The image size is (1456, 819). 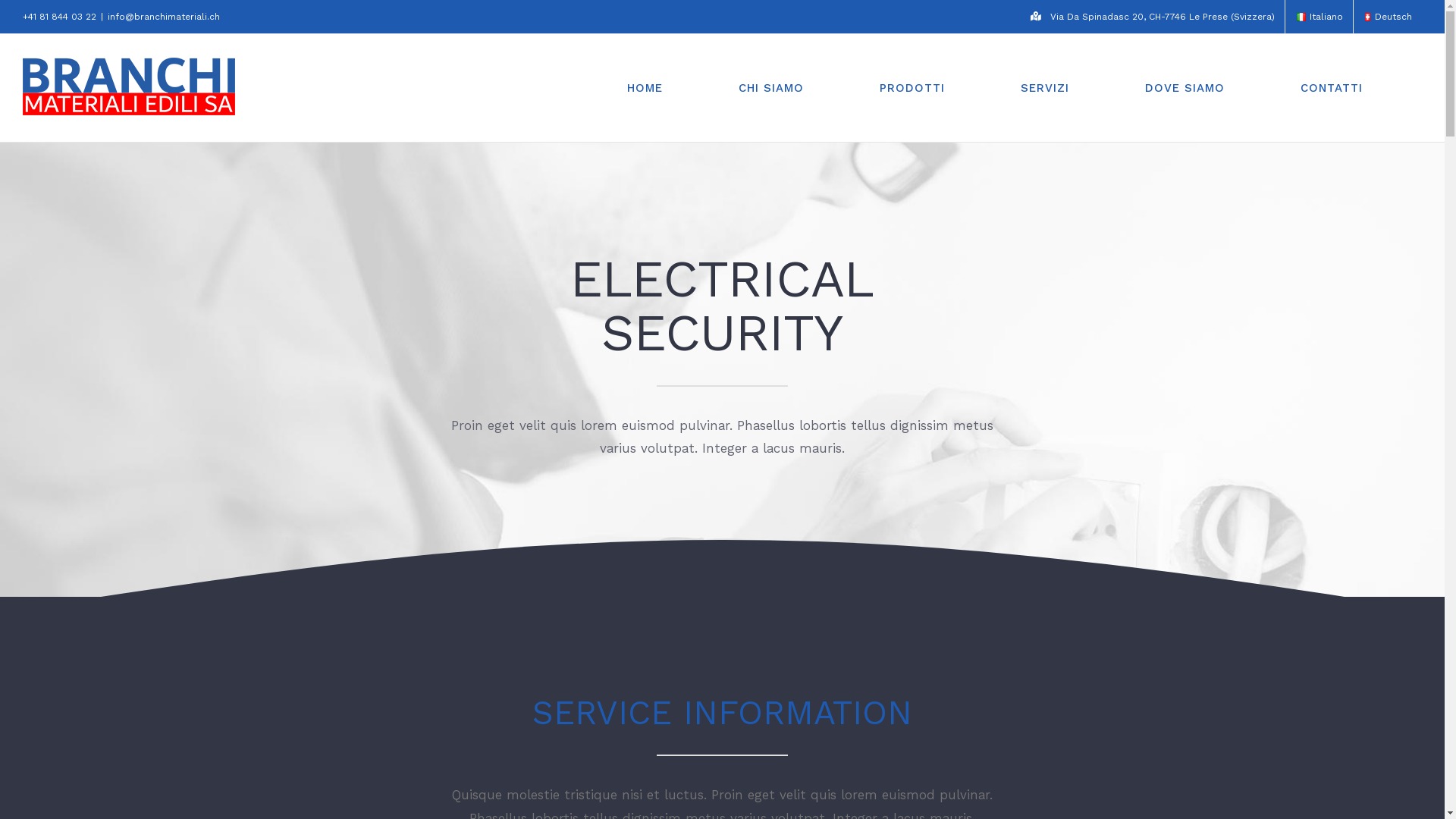 I want to click on 'Deutsch', so click(x=1387, y=17).